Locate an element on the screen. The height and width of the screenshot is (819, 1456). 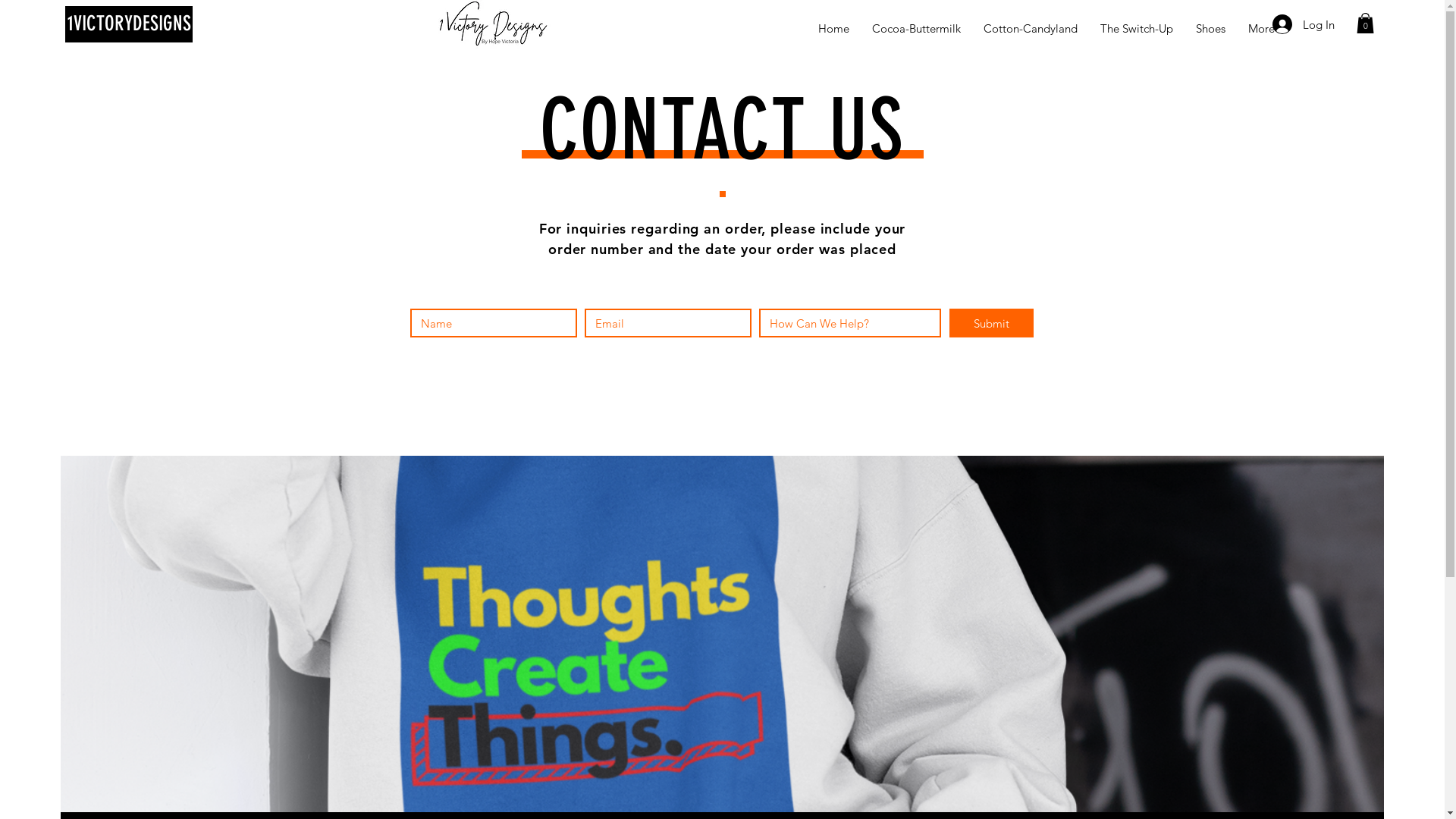
'1_edited.jpg' is located at coordinates (493, 24).